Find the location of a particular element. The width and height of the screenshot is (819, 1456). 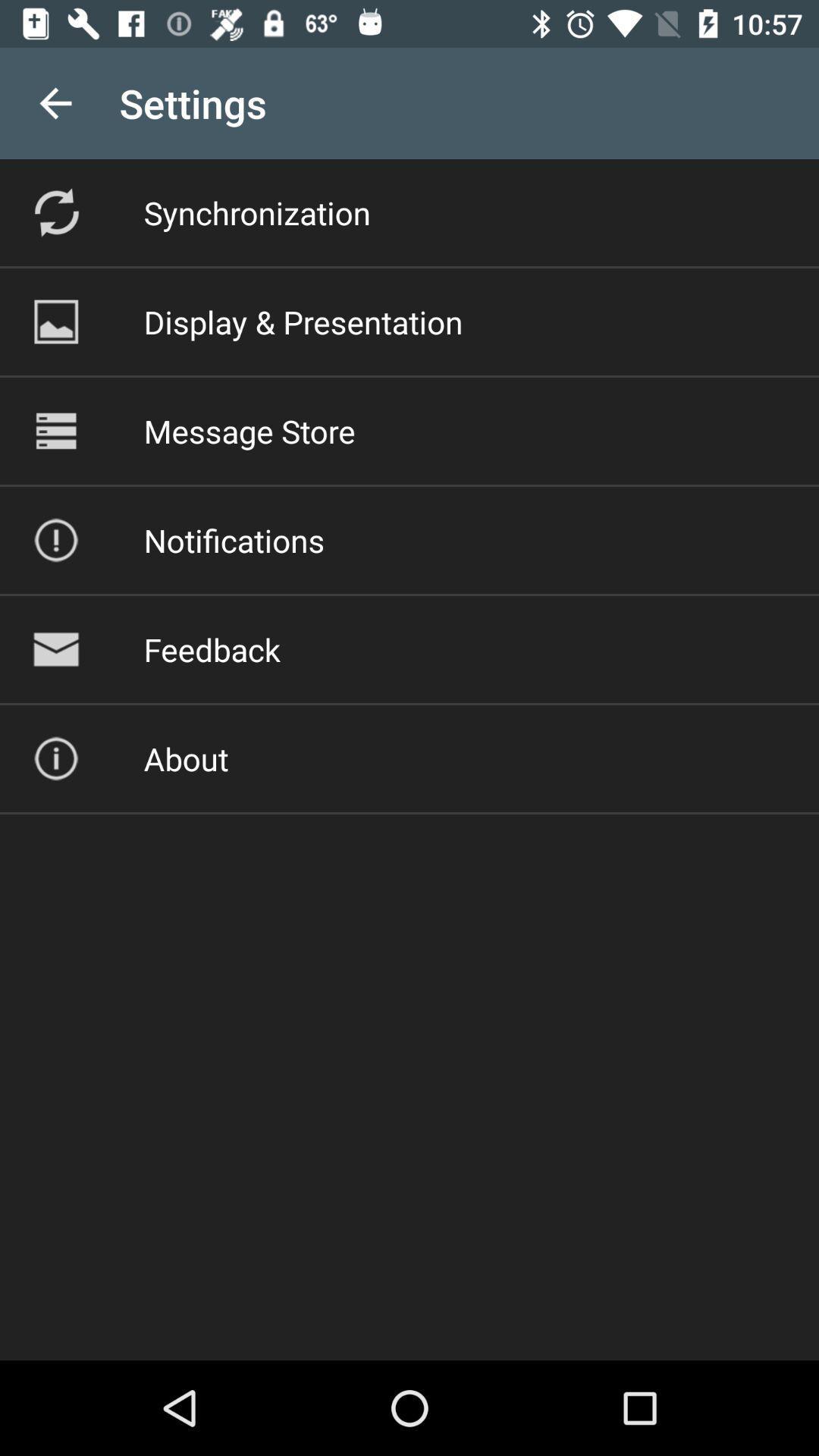

the synchronization is located at coordinates (256, 212).